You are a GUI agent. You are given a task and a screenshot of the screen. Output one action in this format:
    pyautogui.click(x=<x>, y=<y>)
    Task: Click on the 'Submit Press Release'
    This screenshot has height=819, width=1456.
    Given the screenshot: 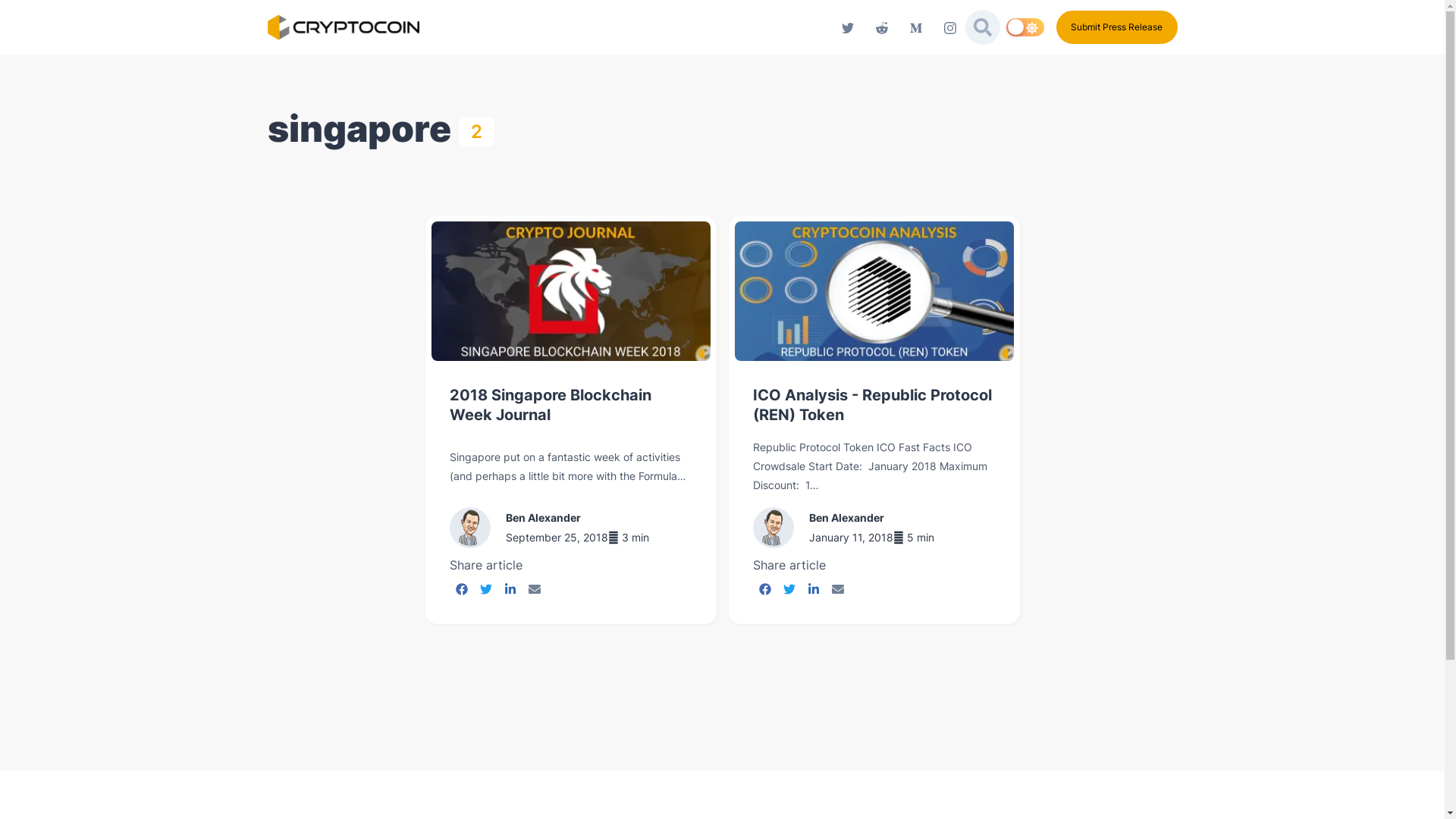 What is the action you would take?
    pyautogui.click(x=1055, y=26)
    